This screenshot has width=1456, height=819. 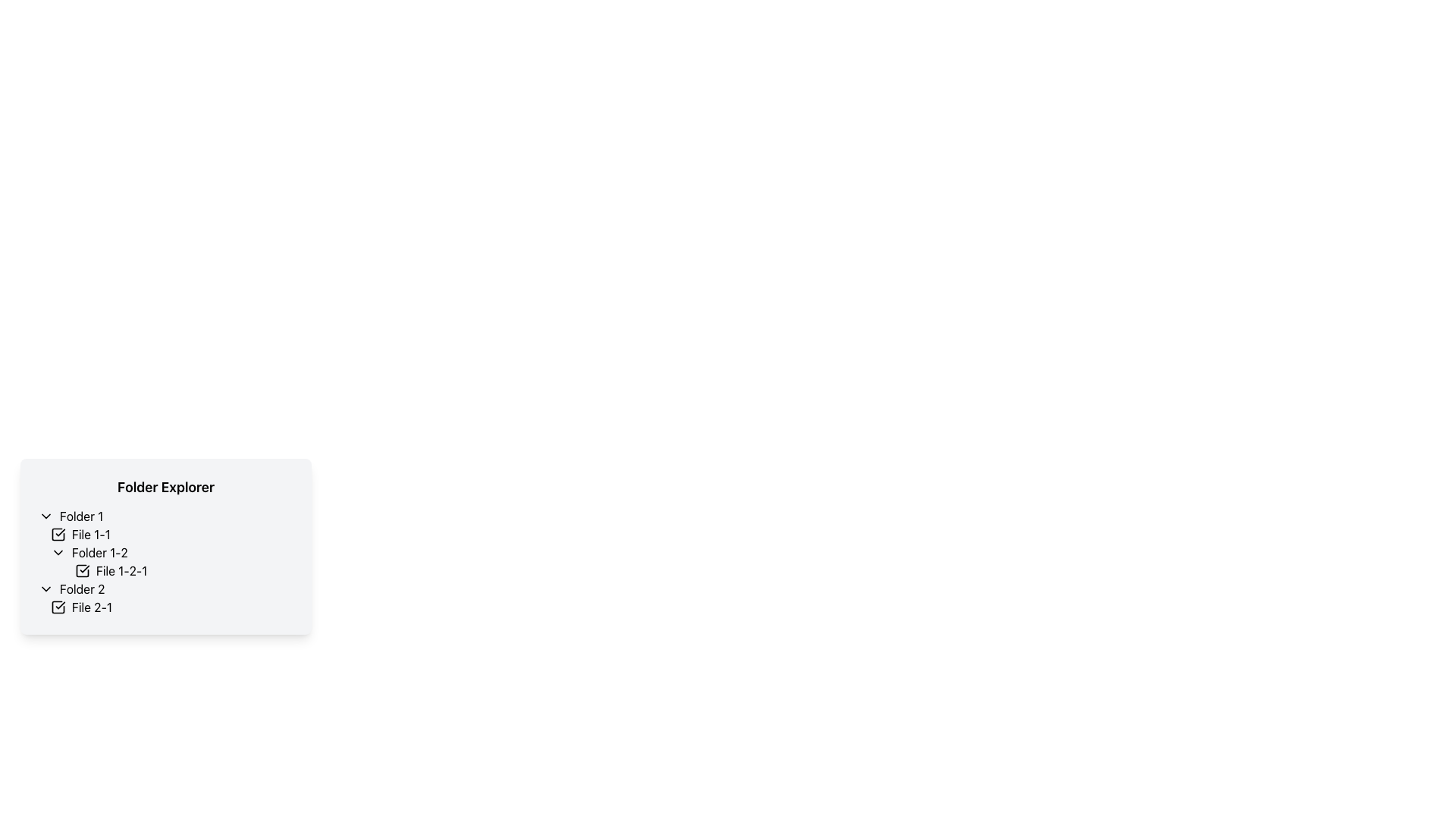 What do you see at coordinates (58, 607) in the screenshot?
I see `the Checkbox icon with a checkmark, located to the left of the label 'File 2-1'` at bounding box center [58, 607].